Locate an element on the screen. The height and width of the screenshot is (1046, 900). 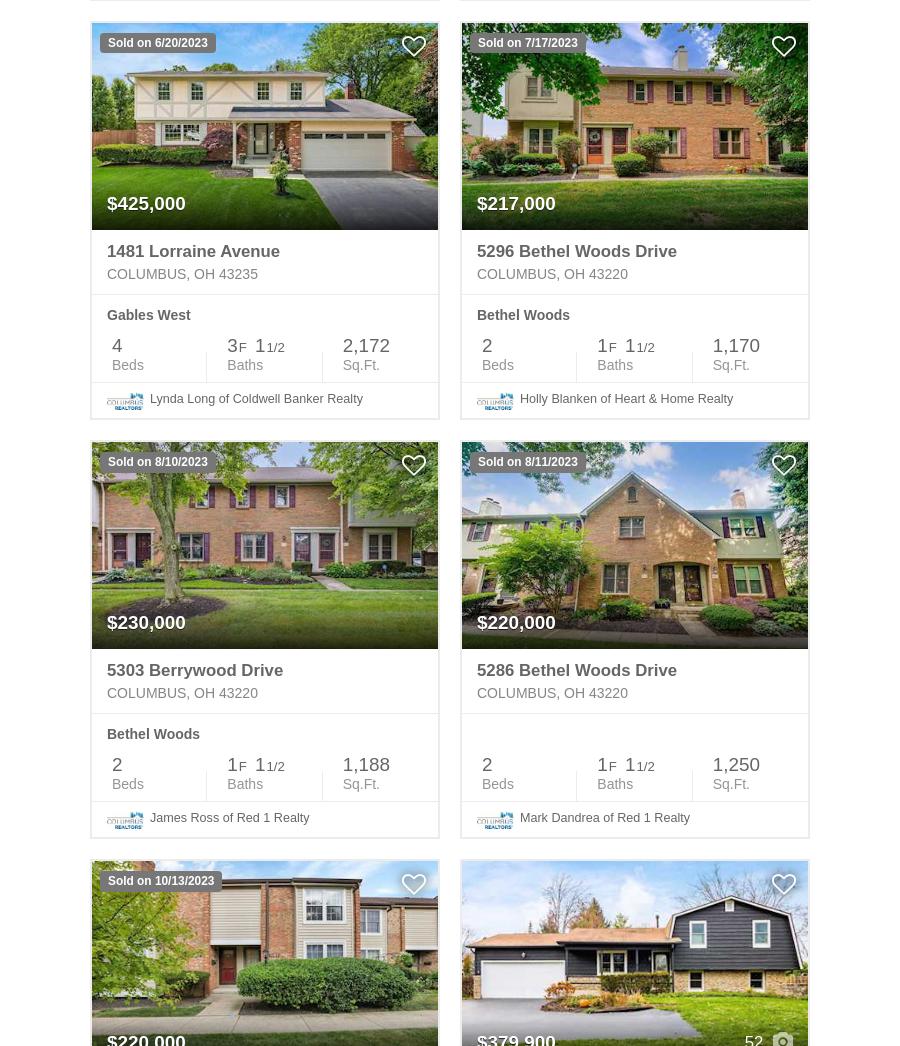
'Holly Blanken of Heart & Home Realty' is located at coordinates (626, 398).